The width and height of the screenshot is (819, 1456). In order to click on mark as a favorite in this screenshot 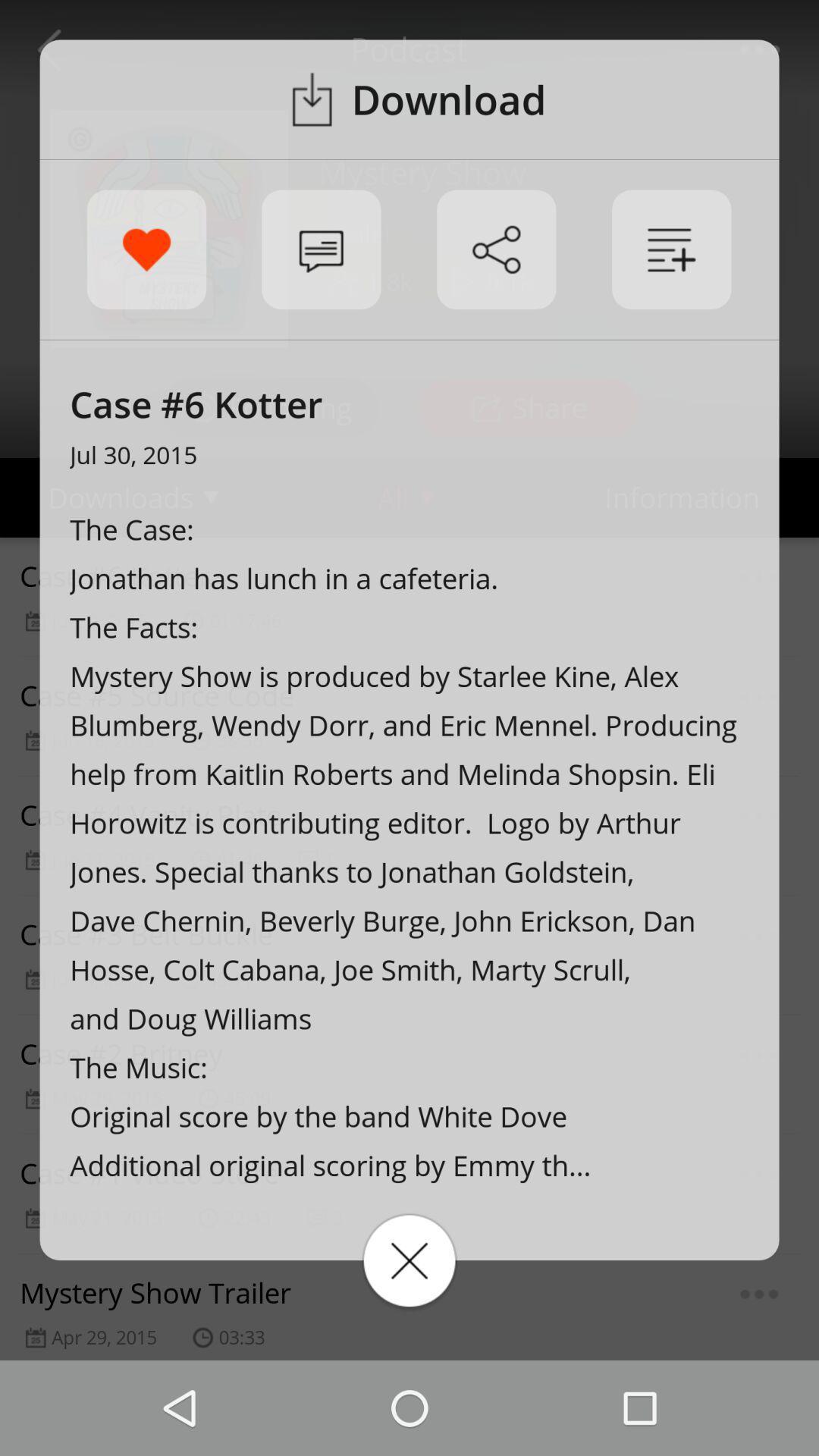, I will do `click(146, 249)`.